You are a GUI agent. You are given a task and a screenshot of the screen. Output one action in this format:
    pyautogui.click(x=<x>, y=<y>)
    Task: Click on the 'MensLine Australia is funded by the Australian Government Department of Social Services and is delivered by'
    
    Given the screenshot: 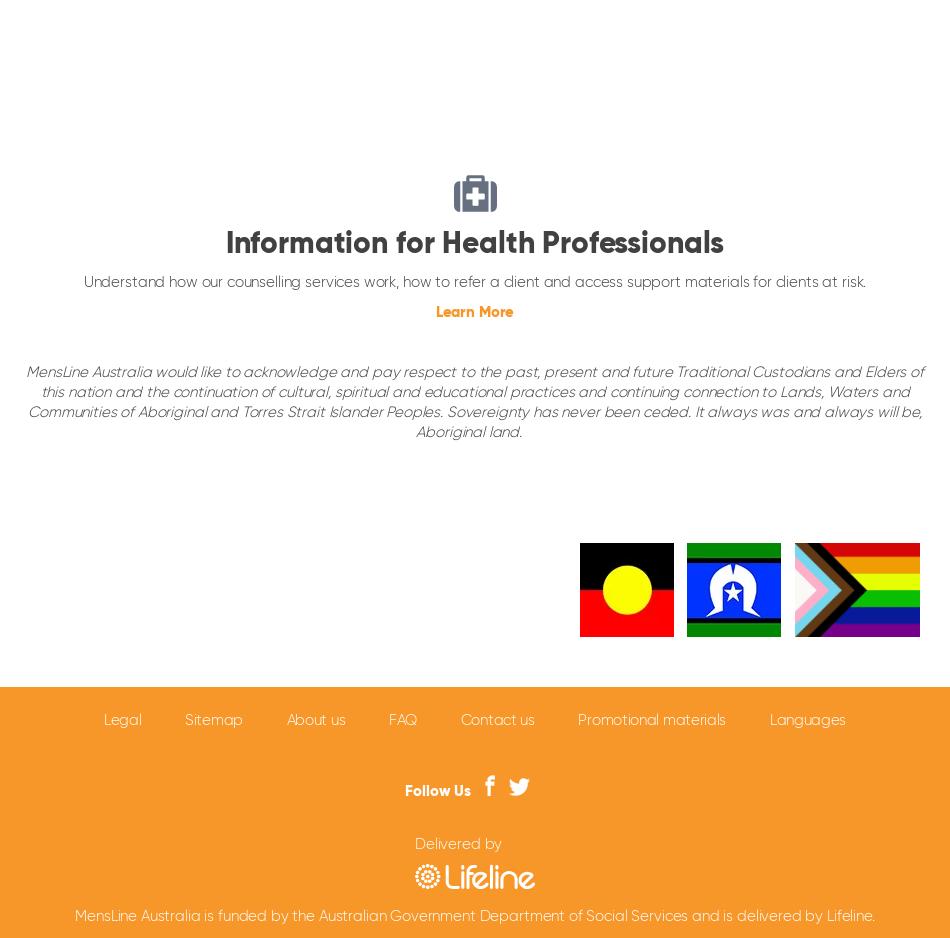 What is the action you would take?
    pyautogui.click(x=74, y=915)
    